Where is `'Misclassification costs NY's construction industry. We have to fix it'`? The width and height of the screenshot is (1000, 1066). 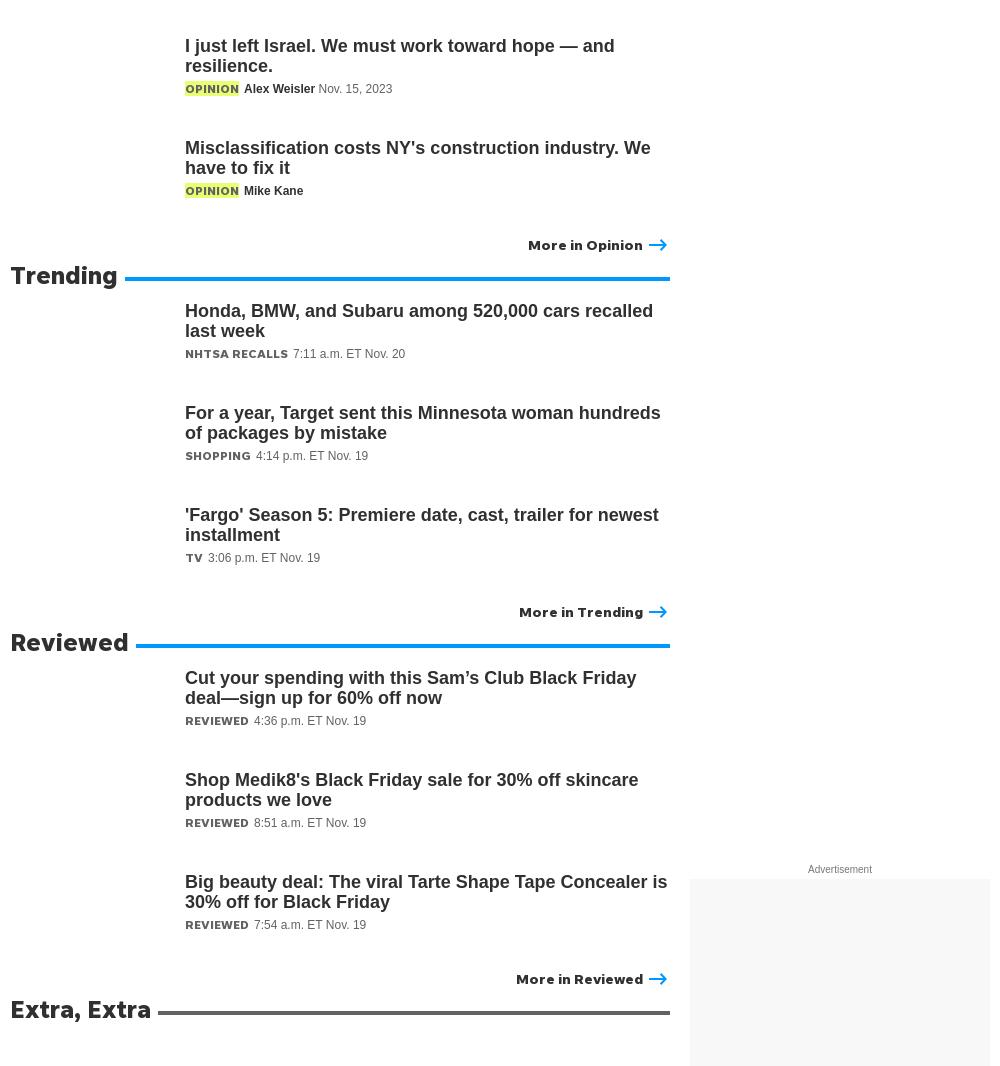 'Misclassification costs NY's construction industry. We have to fix it' is located at coordinates (417, 156).